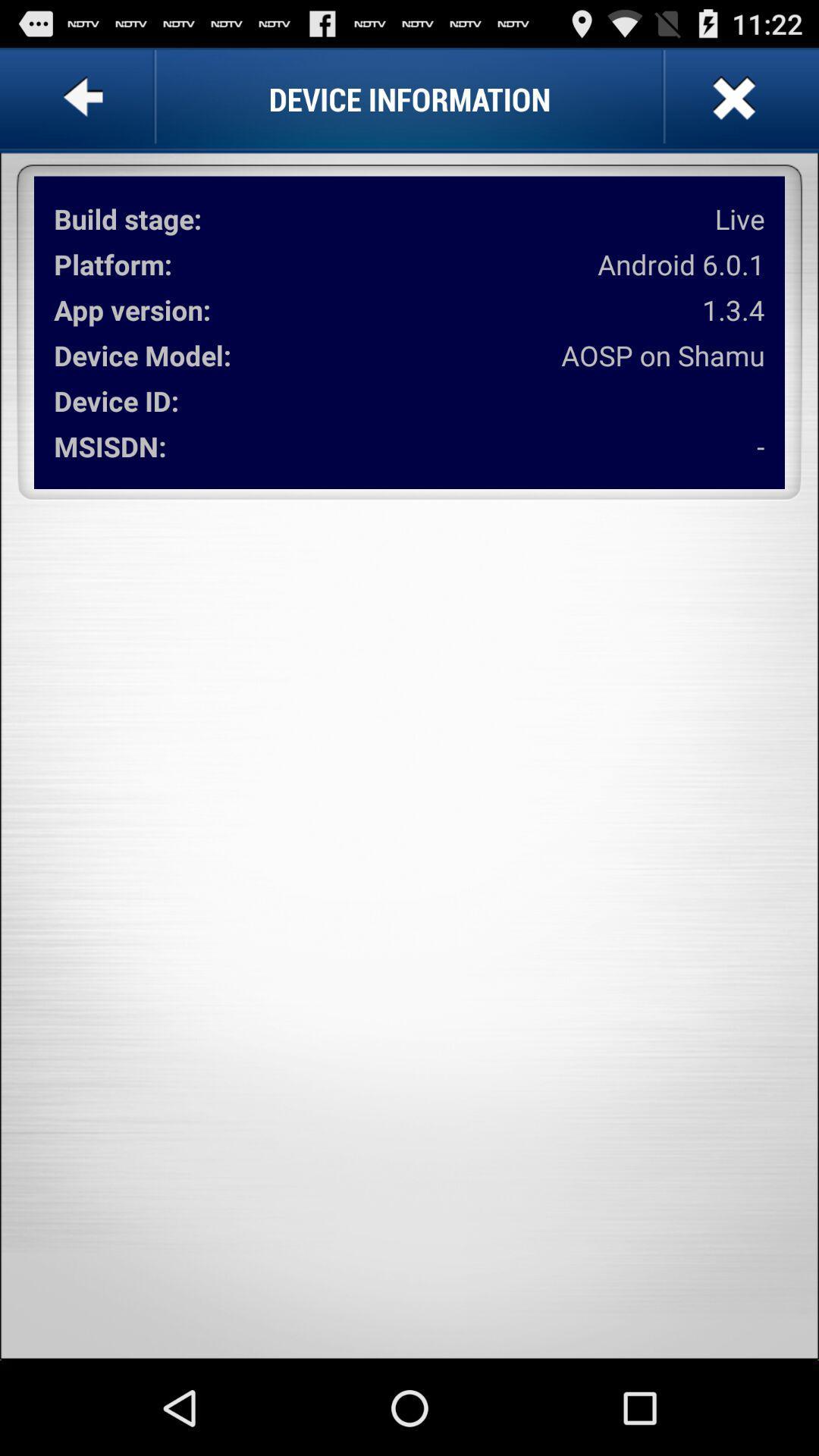 The height and width of the screenshot is (1456, 819). Describe the element at coordinates (86, 98) in the screenshot. I see `icon above build stage: icon` at that location.